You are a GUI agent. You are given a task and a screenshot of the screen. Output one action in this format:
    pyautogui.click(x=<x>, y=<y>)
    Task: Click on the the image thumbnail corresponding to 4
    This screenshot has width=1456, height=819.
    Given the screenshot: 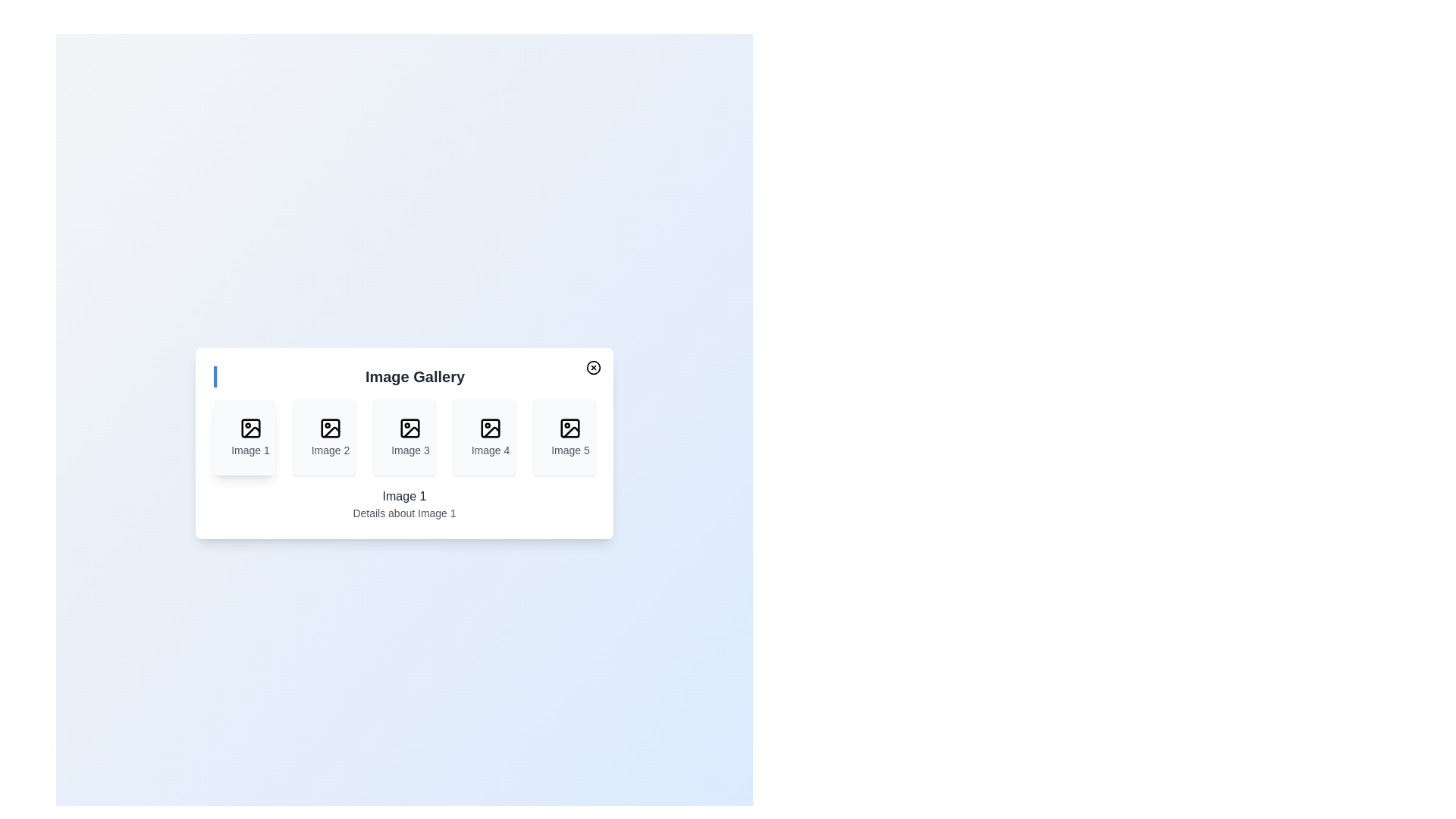 What is the action you would take?
    pyautogui.click(x=483, y=438)
    